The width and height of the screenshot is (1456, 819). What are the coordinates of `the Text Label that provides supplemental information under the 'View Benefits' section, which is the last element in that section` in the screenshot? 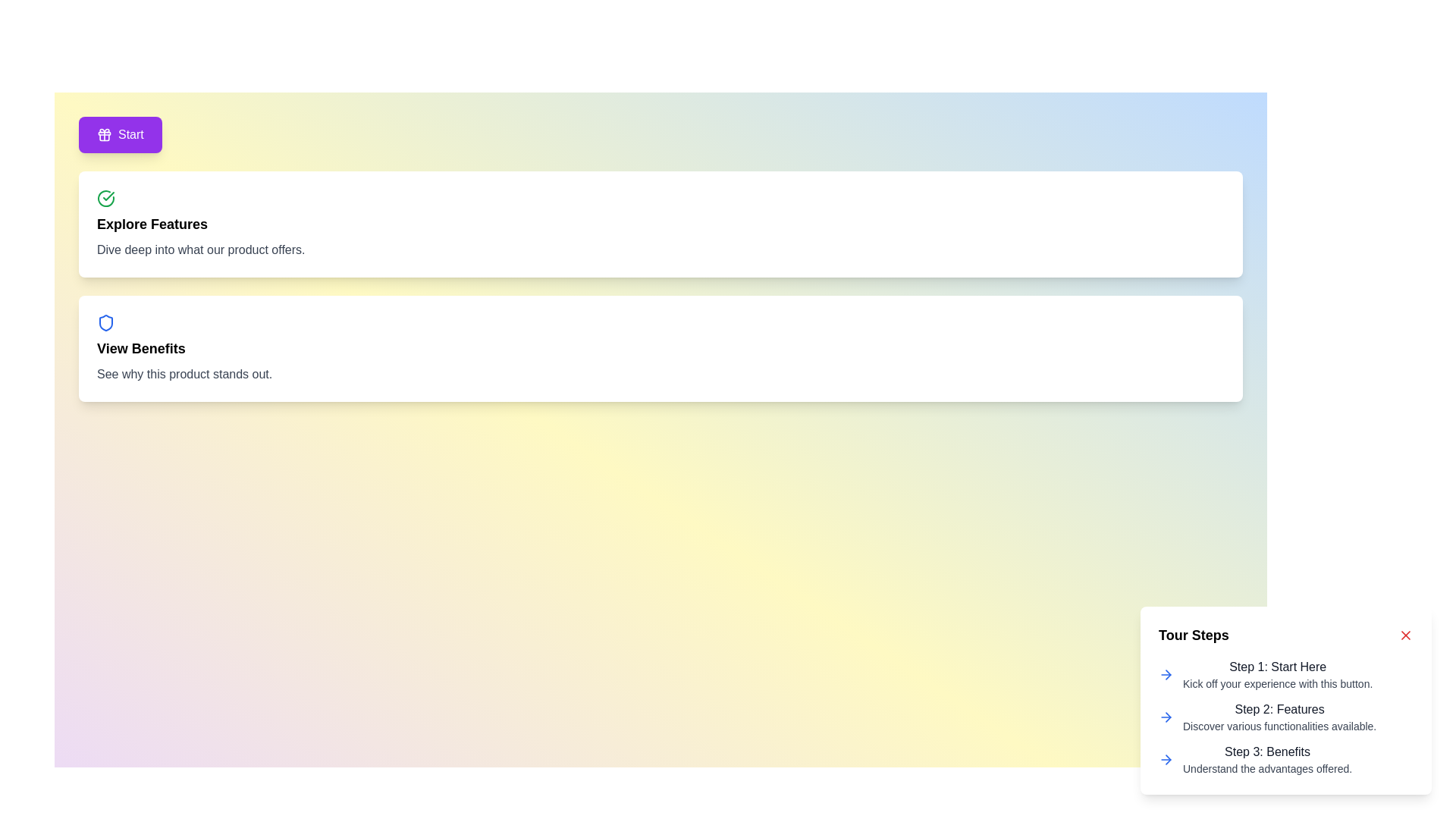 It's located at (184, 374).